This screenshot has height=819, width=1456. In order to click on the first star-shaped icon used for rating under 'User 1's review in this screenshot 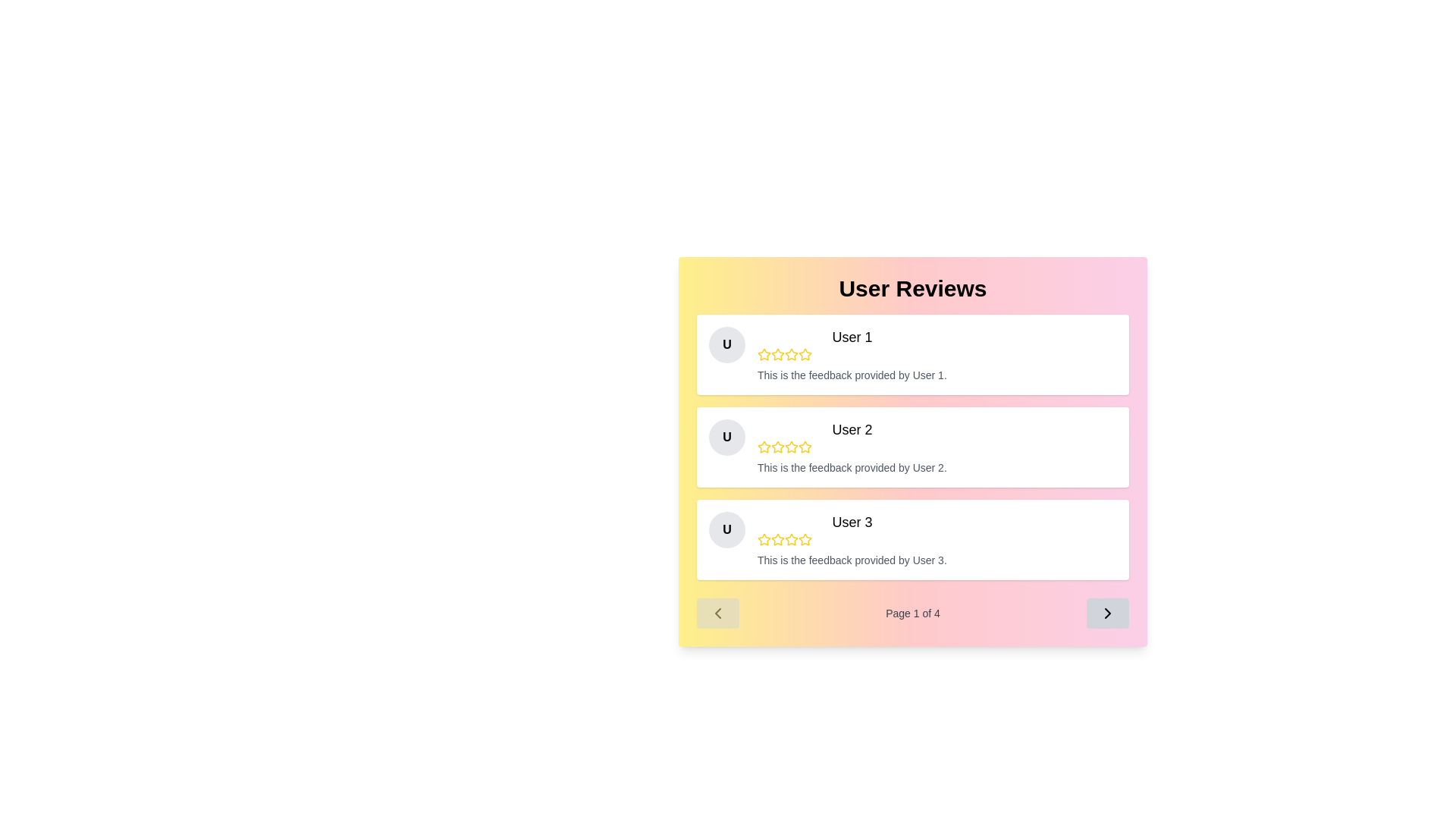, I will do `click(764, 354)`.